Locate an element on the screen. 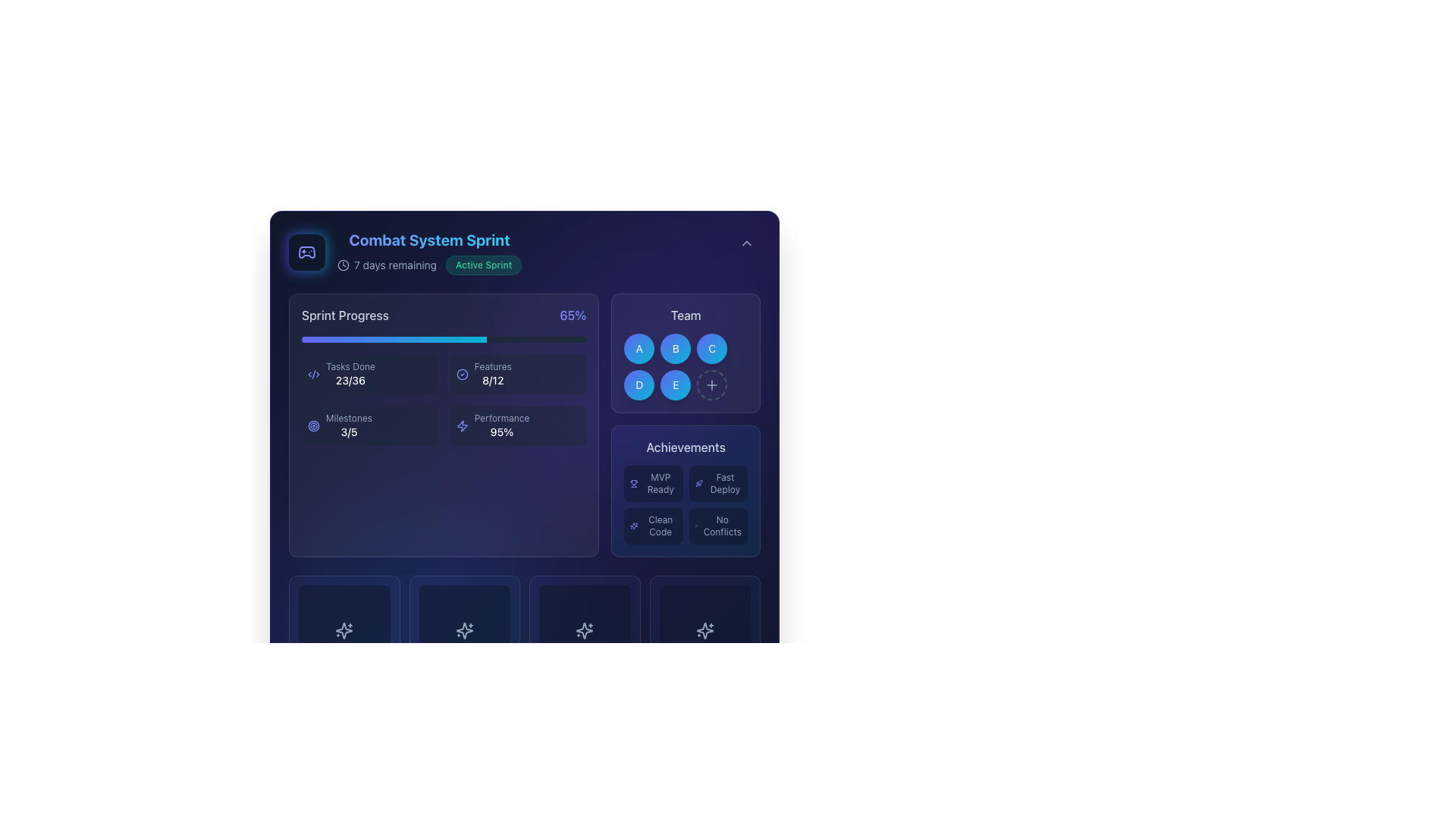  the Text Label that indicates the context or category for the metric '3/5' in the 'Sprint Progress' section is located at coordinates (348, 418).